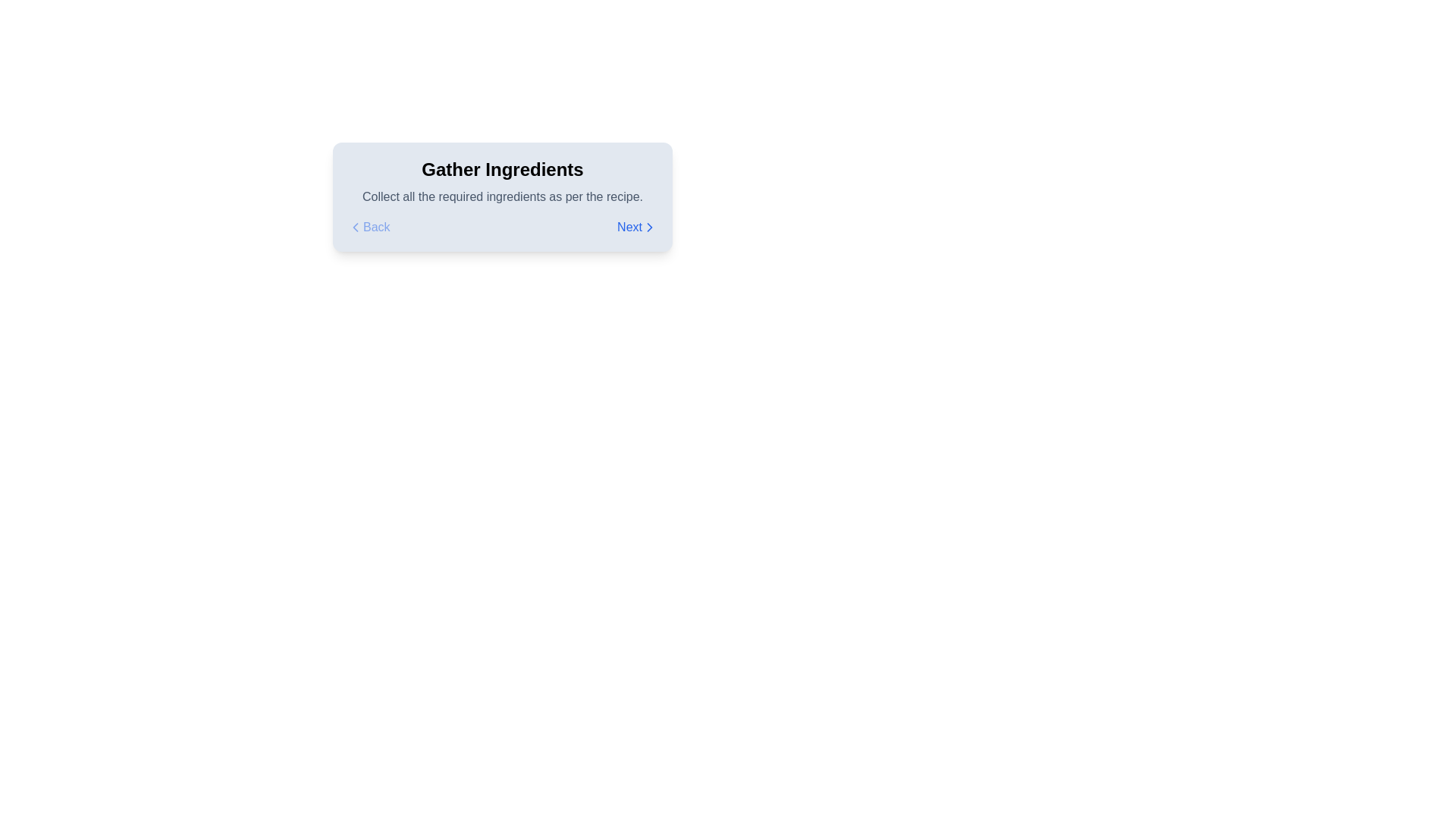  I want to click on the left-pointing chevron icon adjacent to the 'Back' text label, so click(355, 227).